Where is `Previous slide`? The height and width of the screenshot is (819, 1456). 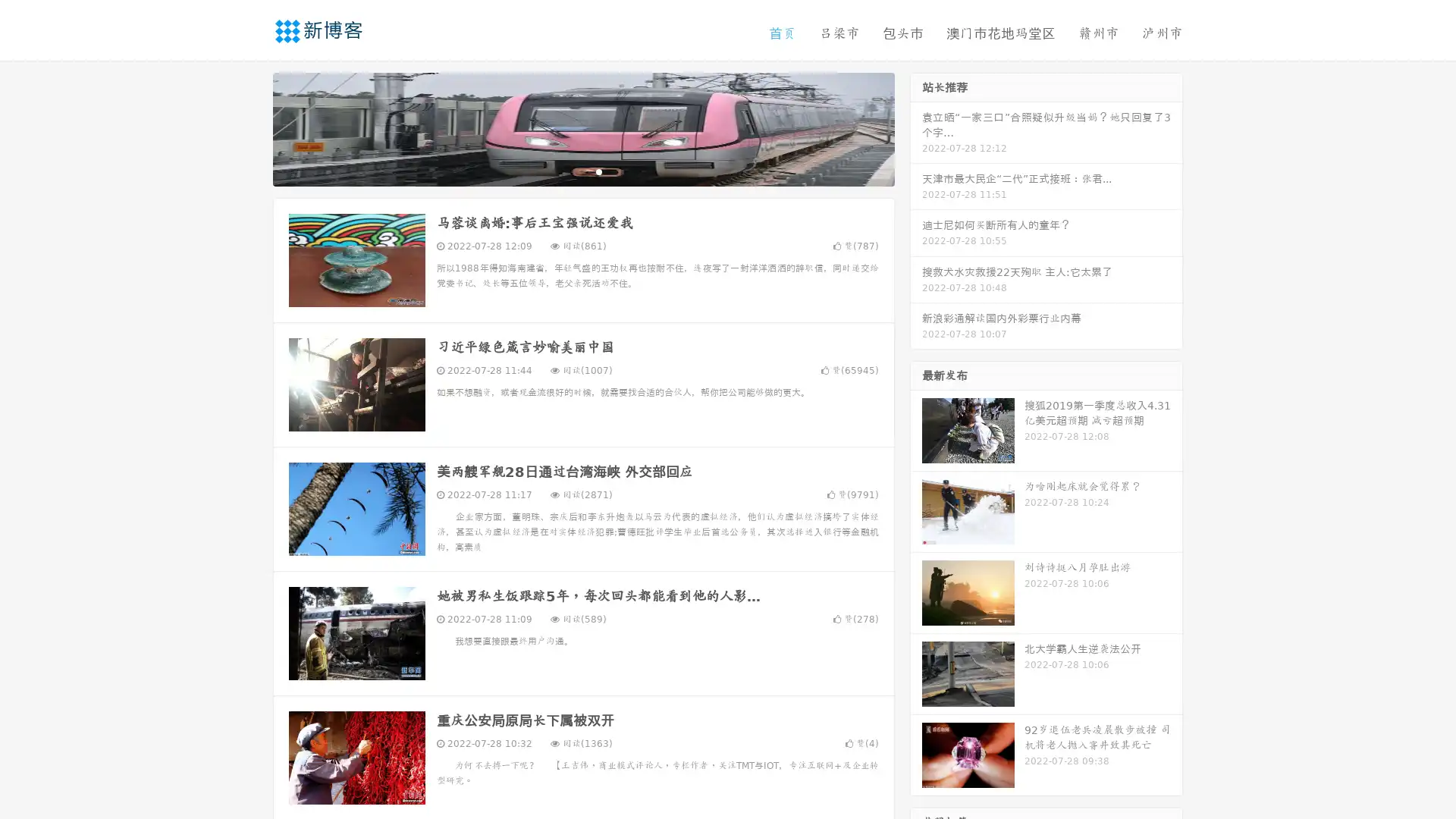
Previous slide is located at coordinates (250, 127).